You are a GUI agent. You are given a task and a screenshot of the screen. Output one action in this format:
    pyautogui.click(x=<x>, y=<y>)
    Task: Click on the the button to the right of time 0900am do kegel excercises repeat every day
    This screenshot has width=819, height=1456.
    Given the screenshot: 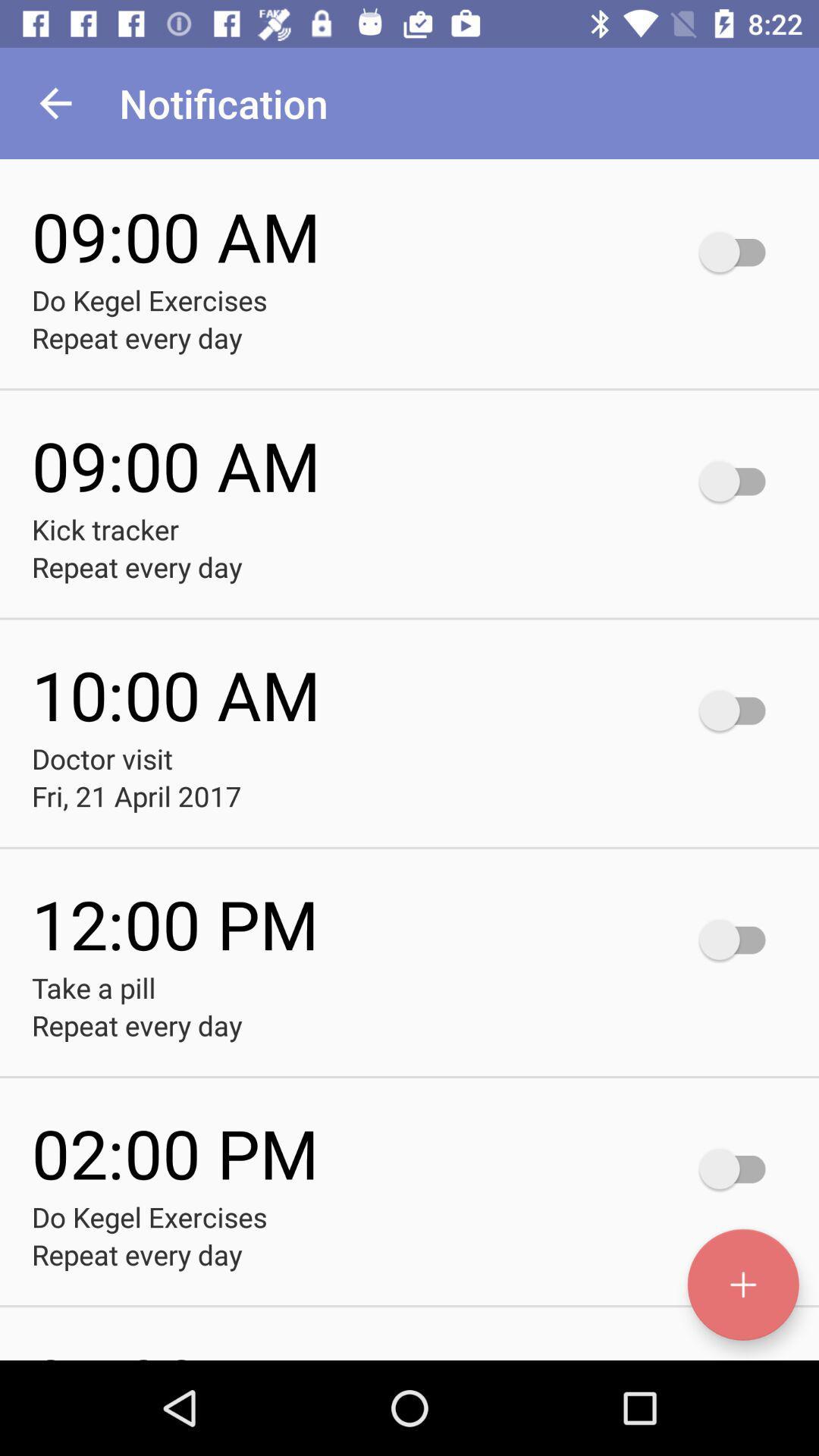 What is the action you would take?
    pyautogui.click(x=739, y=252)
    